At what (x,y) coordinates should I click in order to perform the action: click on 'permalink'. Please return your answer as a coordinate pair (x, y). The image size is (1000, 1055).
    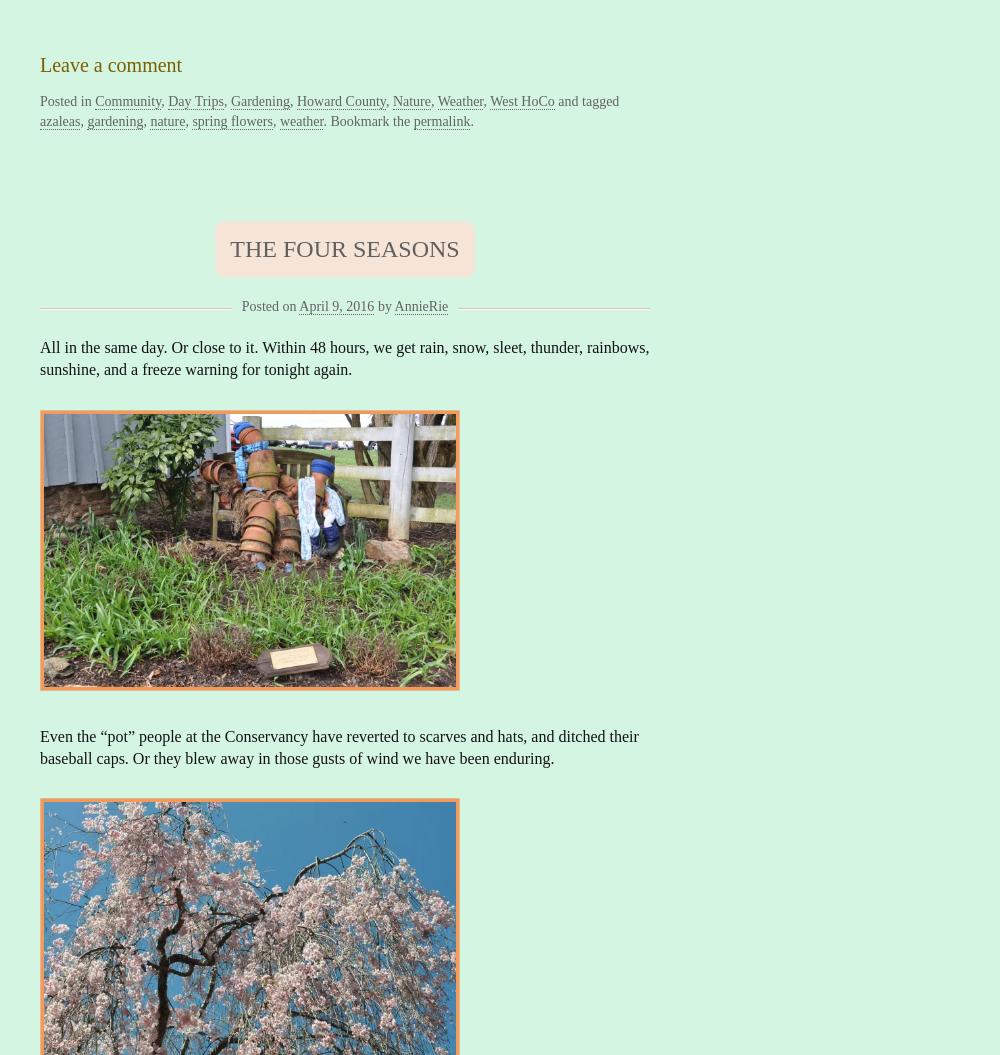
    Looking at the image, I should click on (440, 120).